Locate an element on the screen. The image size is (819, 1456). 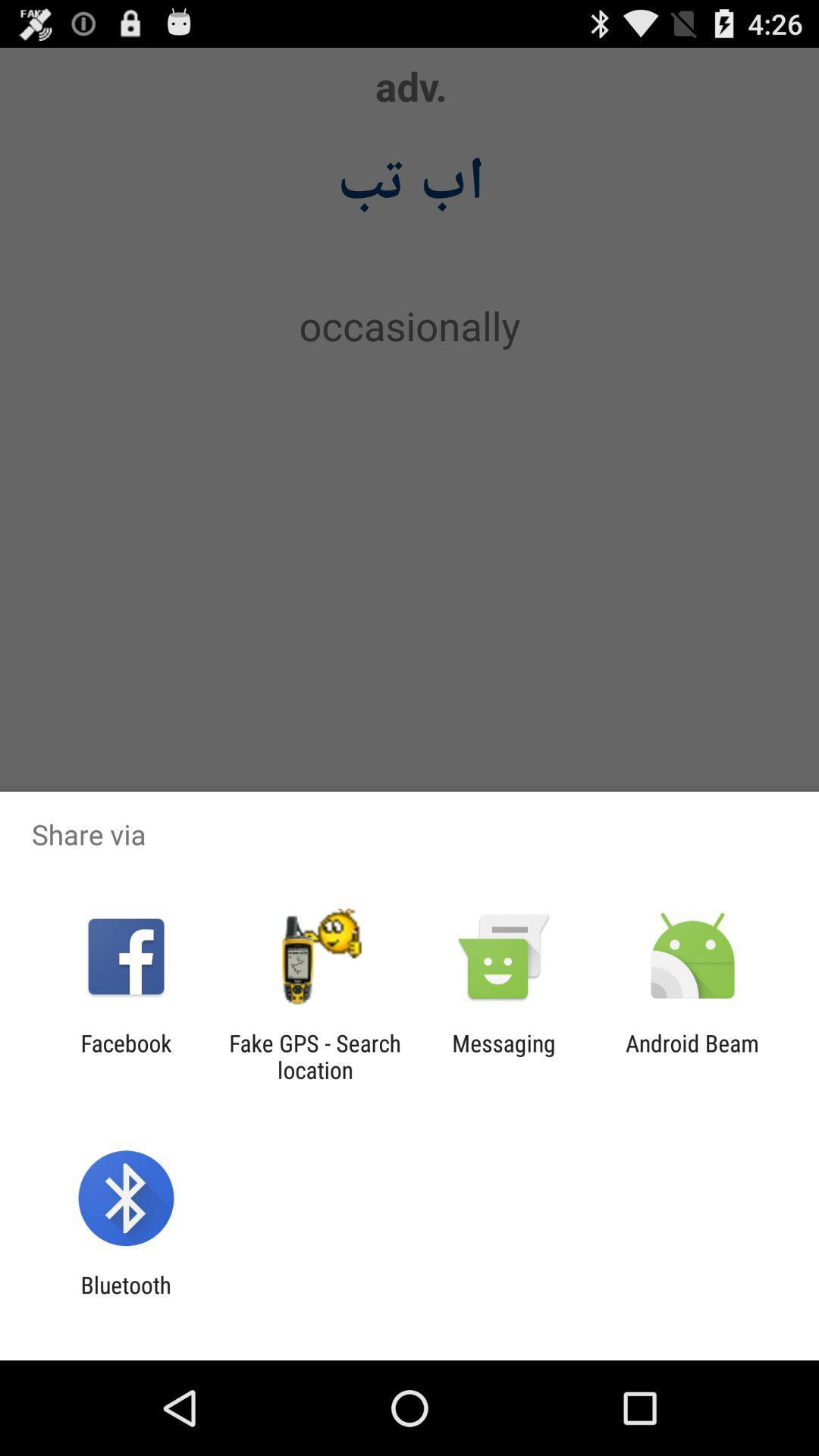
the app to the right of facebook icon is located at coordinates (314, 1056).